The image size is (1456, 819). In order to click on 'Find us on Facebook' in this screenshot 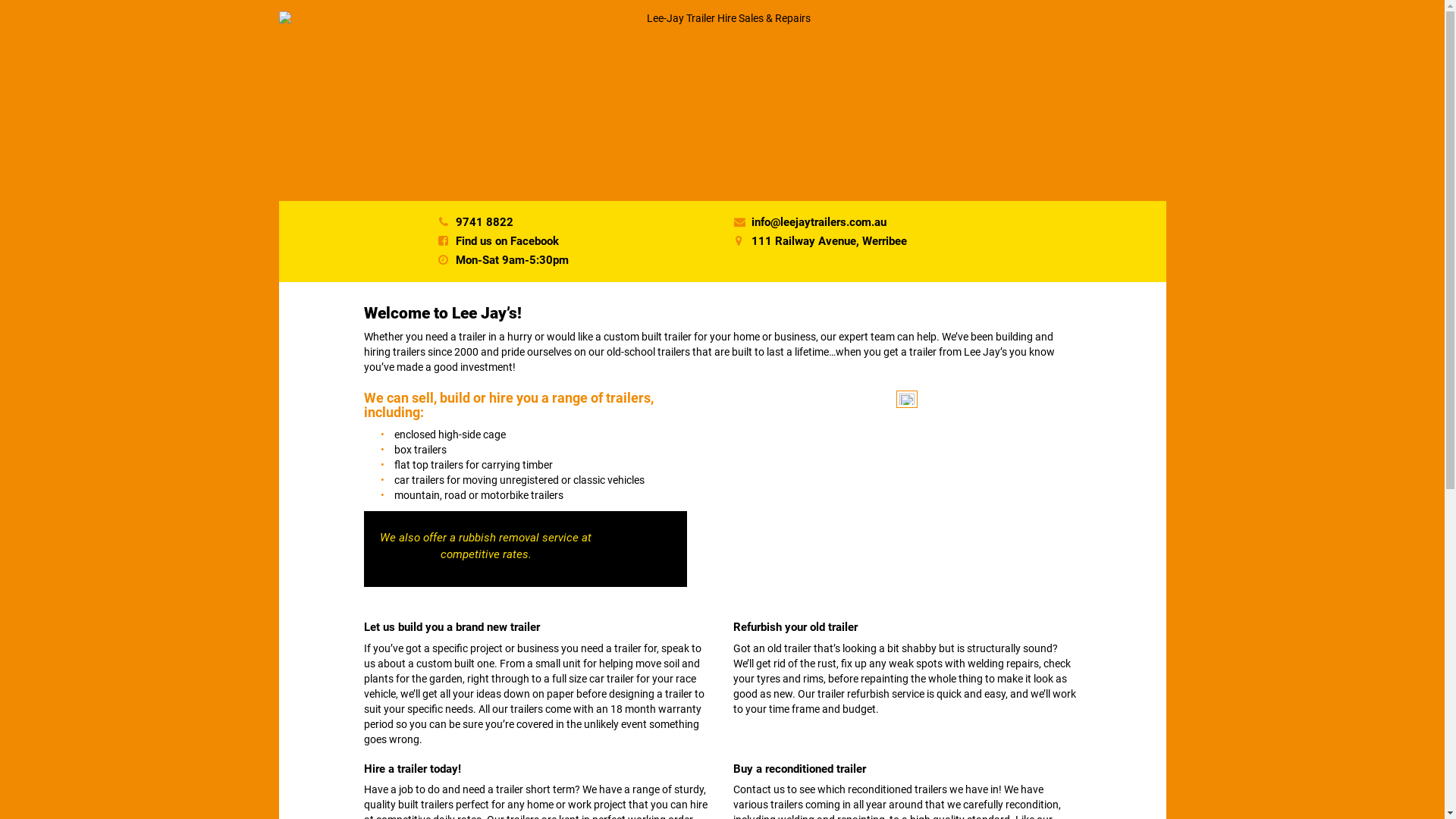, I will do `click(507, 240)`.